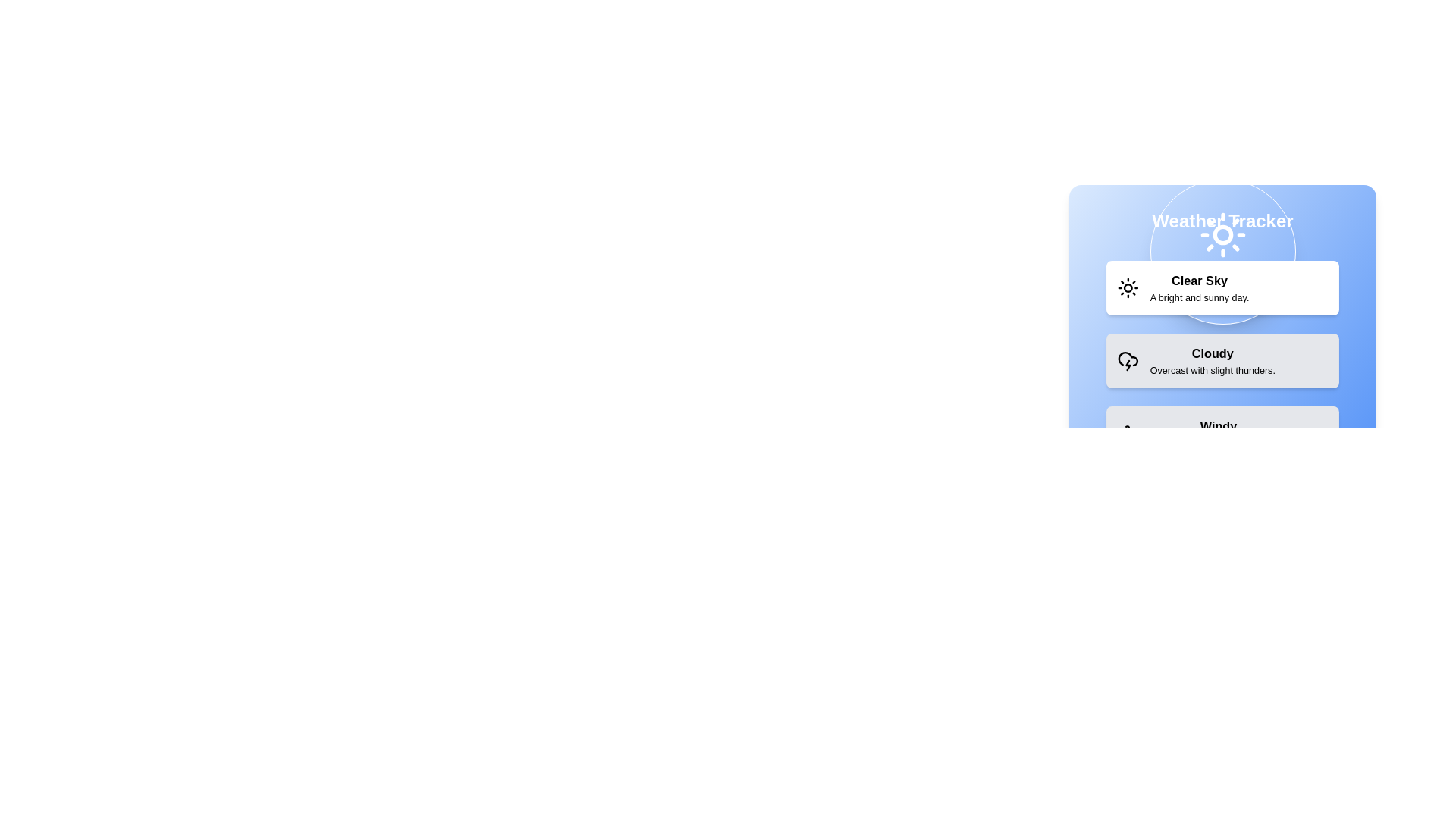  I want to click on the first circular informational display indicating clear skies in the blue-themed weather interface, so click(1222, 250).